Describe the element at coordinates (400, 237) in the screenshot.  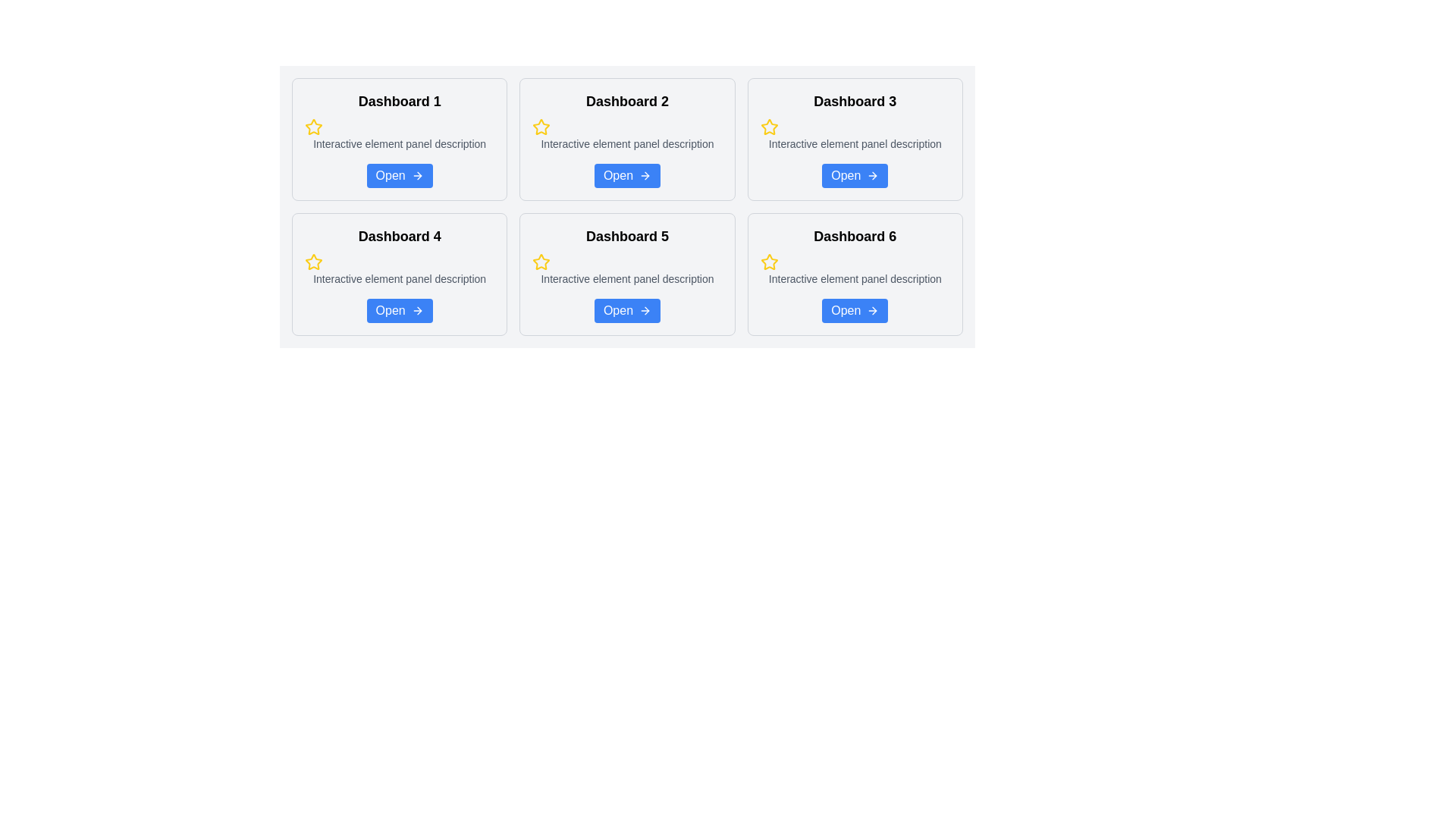
I see `the bold text label 'Dashboard 4'` at that location.